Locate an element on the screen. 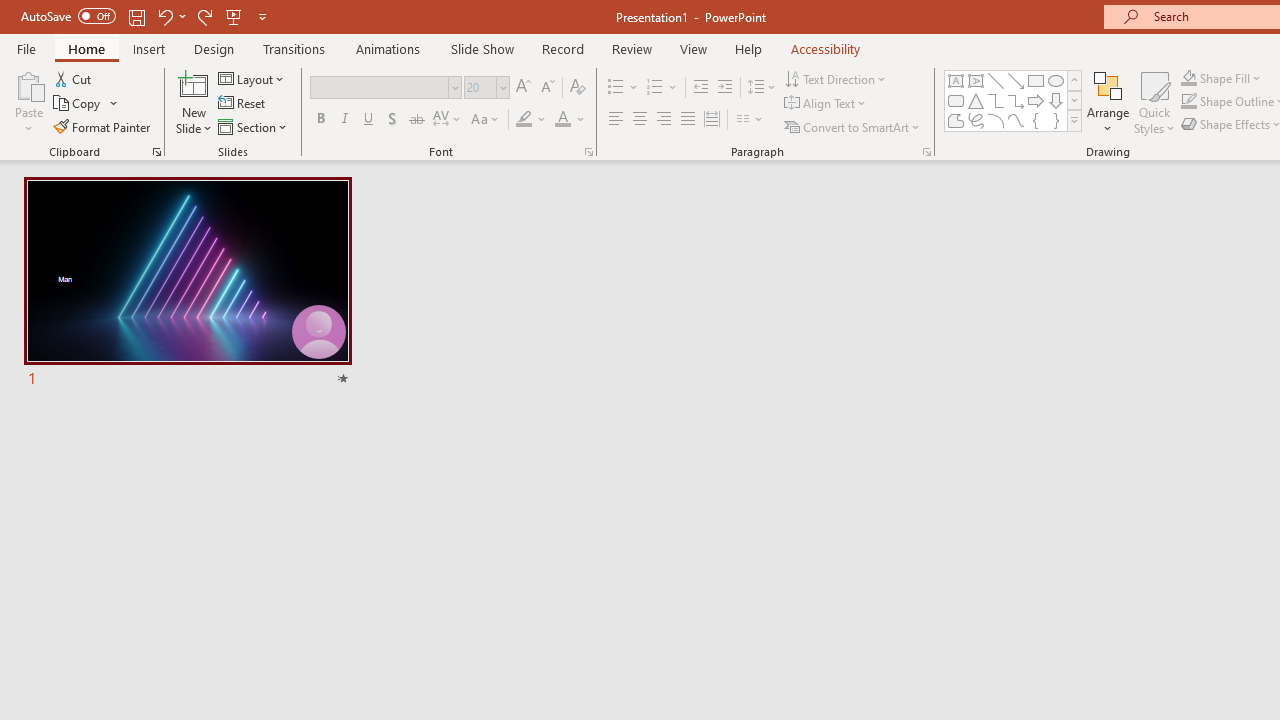  'Italic' is located at coordinates (344, 119).